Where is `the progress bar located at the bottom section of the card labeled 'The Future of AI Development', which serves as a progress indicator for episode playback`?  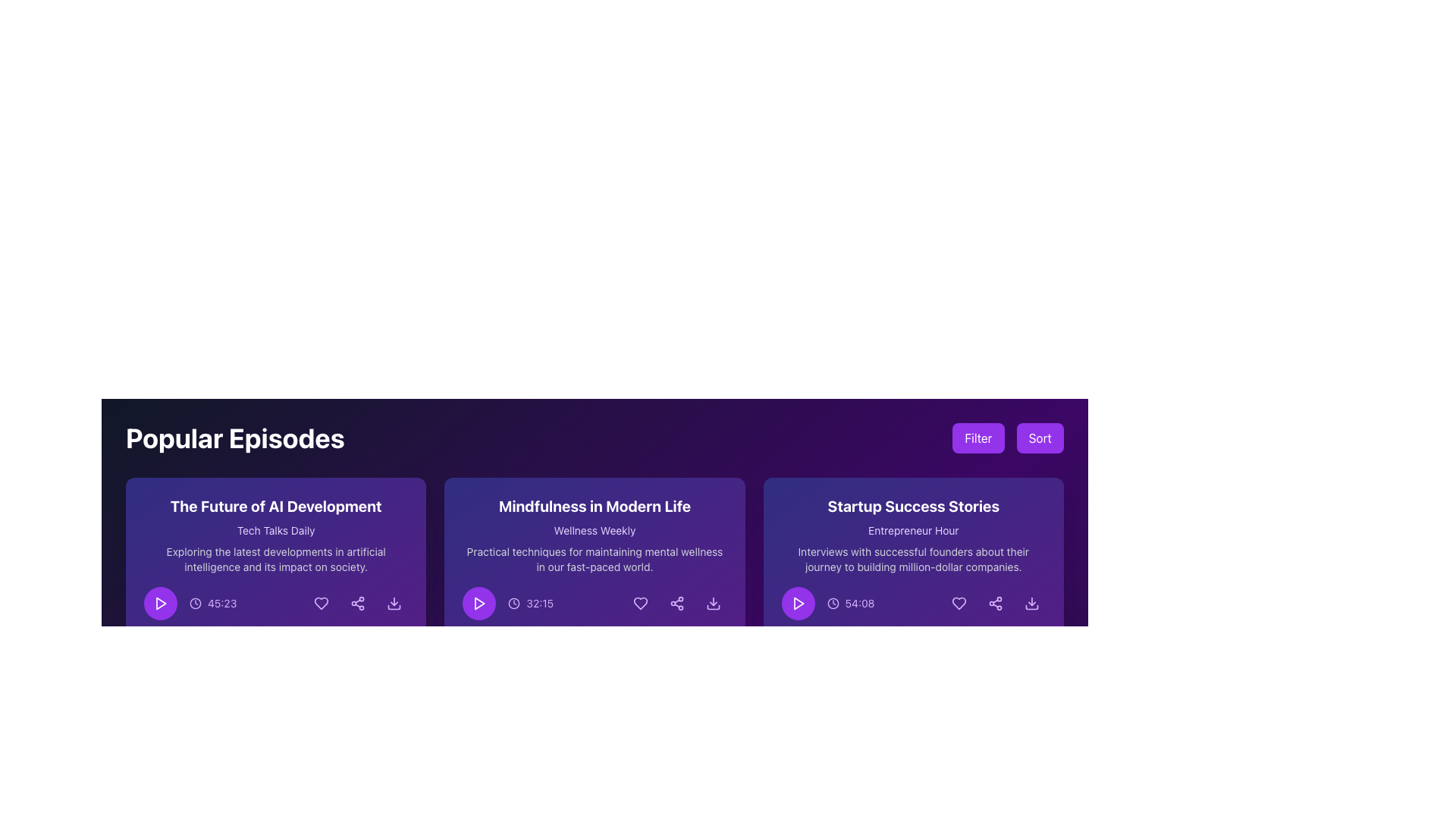
the progress bar located at the bottom section of the card labeled 'The Future of AI Development', which serves as a progress indicator for episode playback is located at coordinates (202, 635).